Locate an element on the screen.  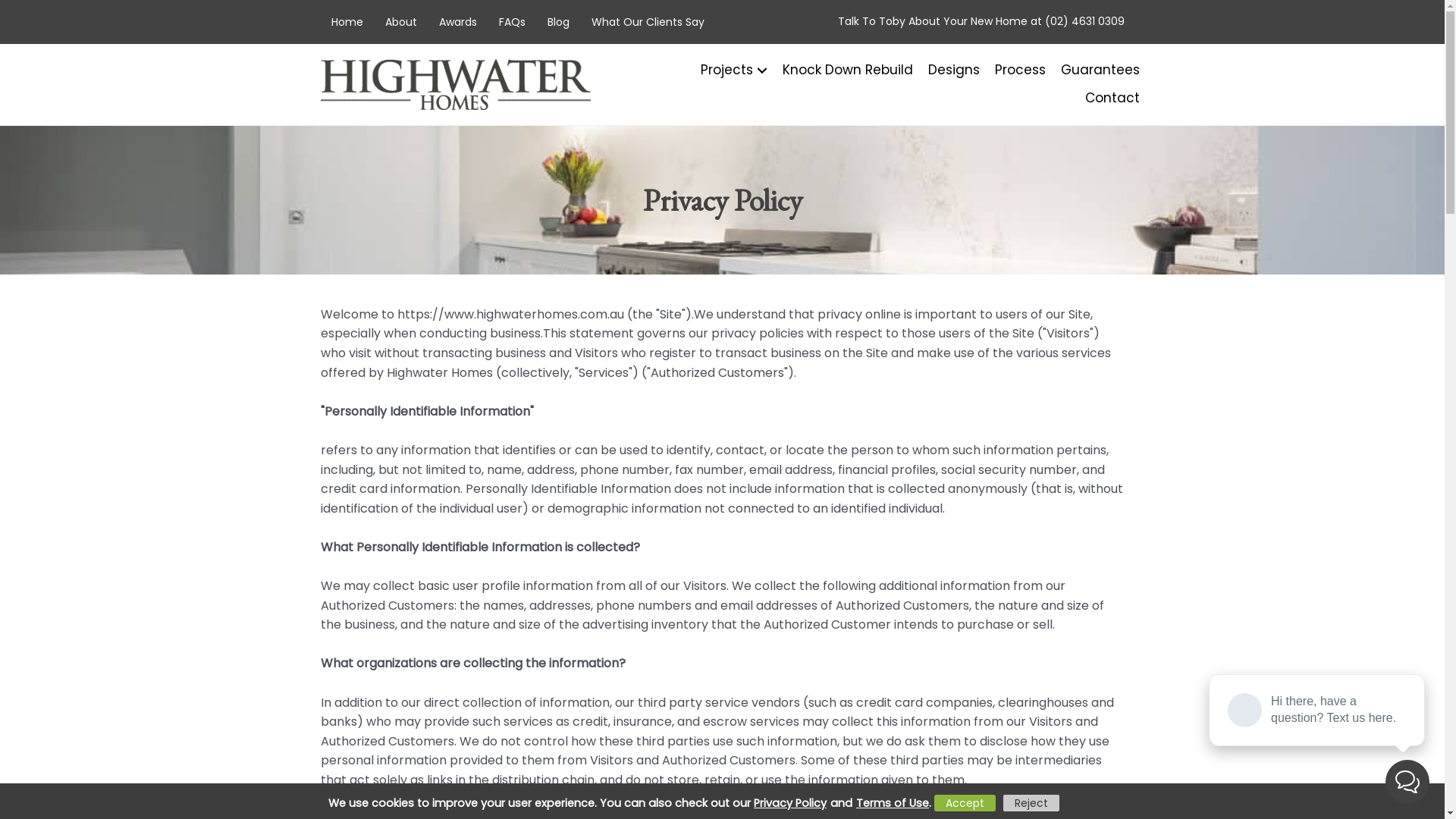
'Accept' is located at coordinates (964, 802).